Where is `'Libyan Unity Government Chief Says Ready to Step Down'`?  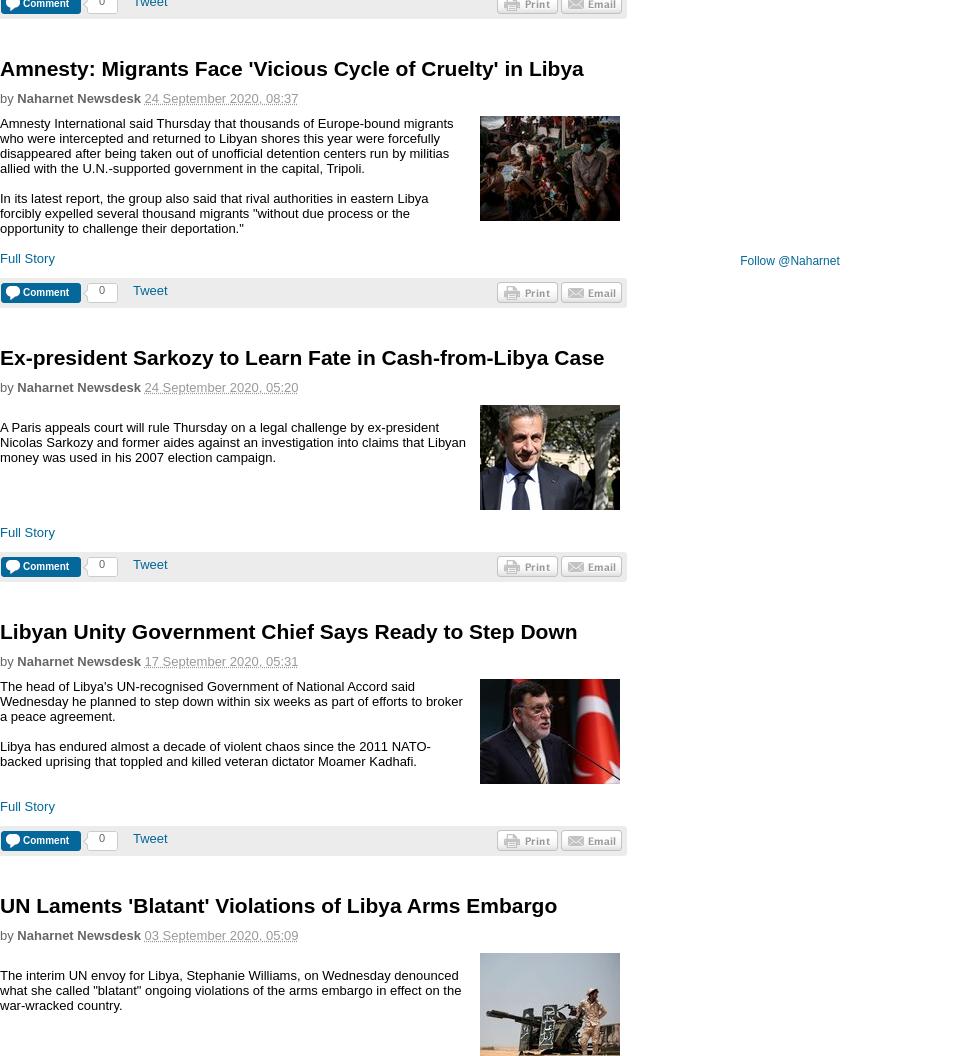
'Libyan Unity Government Chief Says Ready to Step Down' is located at coordinates (0, 630).